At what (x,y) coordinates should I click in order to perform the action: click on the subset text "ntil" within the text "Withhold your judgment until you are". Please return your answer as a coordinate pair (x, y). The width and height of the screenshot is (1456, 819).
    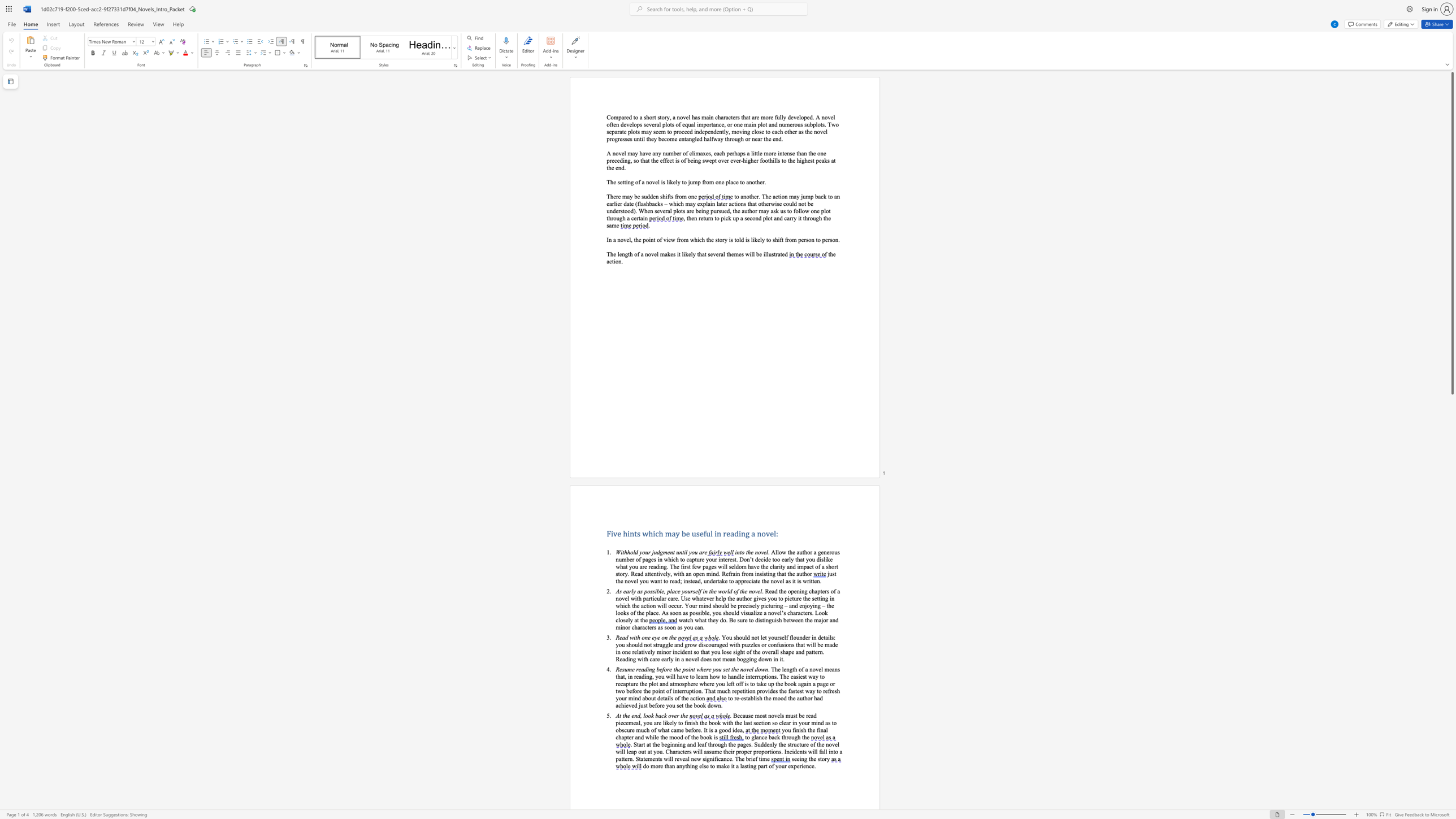
    Looking at the image, I should click on (679, 552).